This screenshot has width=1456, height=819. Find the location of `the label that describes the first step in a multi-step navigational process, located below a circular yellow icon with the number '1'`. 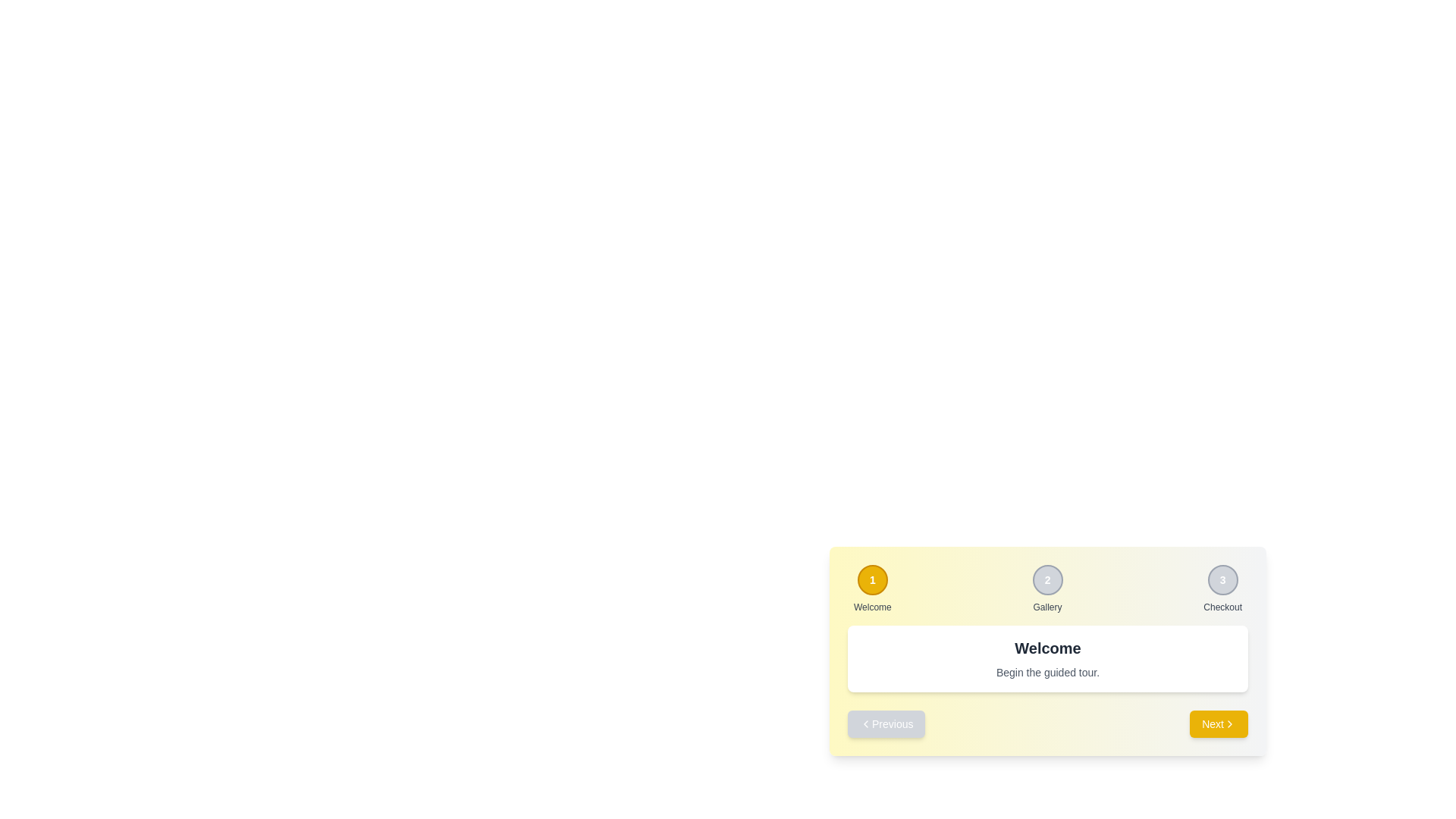

the label that describes the first step in a multi-step navigational process, located below a circular yellow icon with the number '1' is located at coordinates (872, 607).